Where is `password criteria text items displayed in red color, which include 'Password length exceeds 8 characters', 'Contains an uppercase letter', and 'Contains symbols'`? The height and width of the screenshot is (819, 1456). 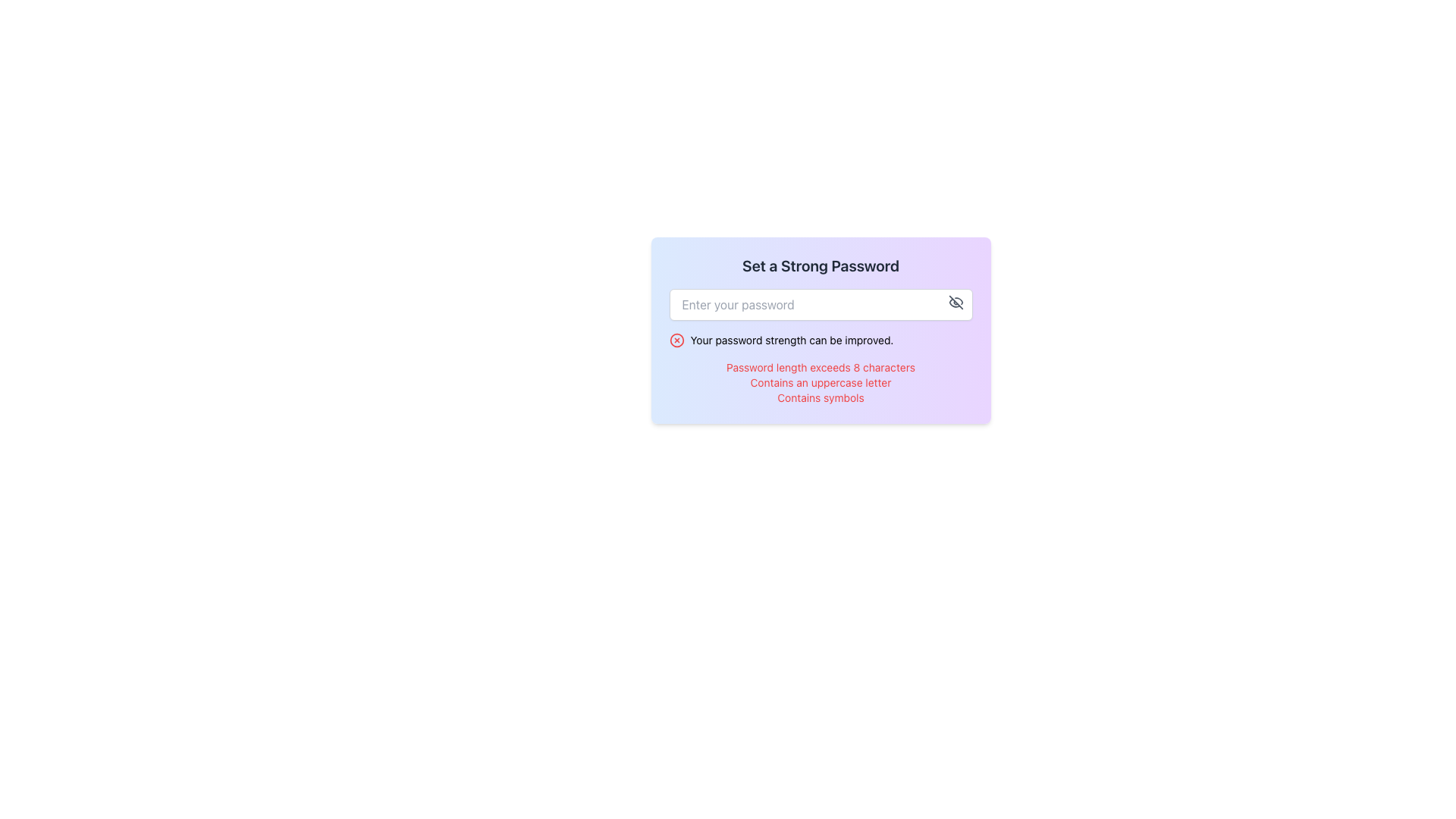 password criteria text items displayed in red color, which include 'Password length exceeds 8 characters', 'Contains an uppercase letter', and 'Contains symbols' is located at coordinates (820, 382).